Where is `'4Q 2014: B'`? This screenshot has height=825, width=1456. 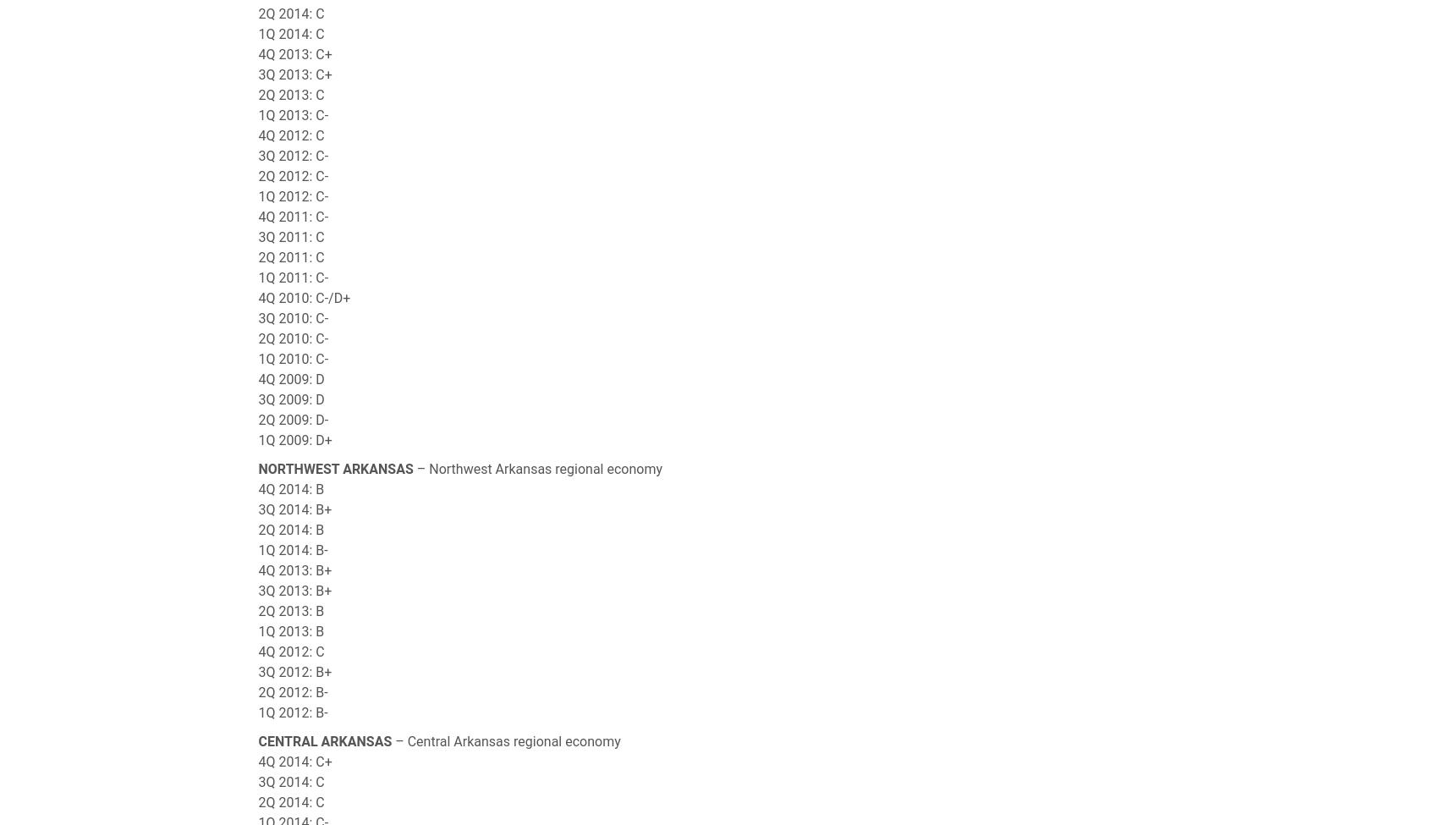 '4Q 2014: B' is located at coordinates (291, 488).